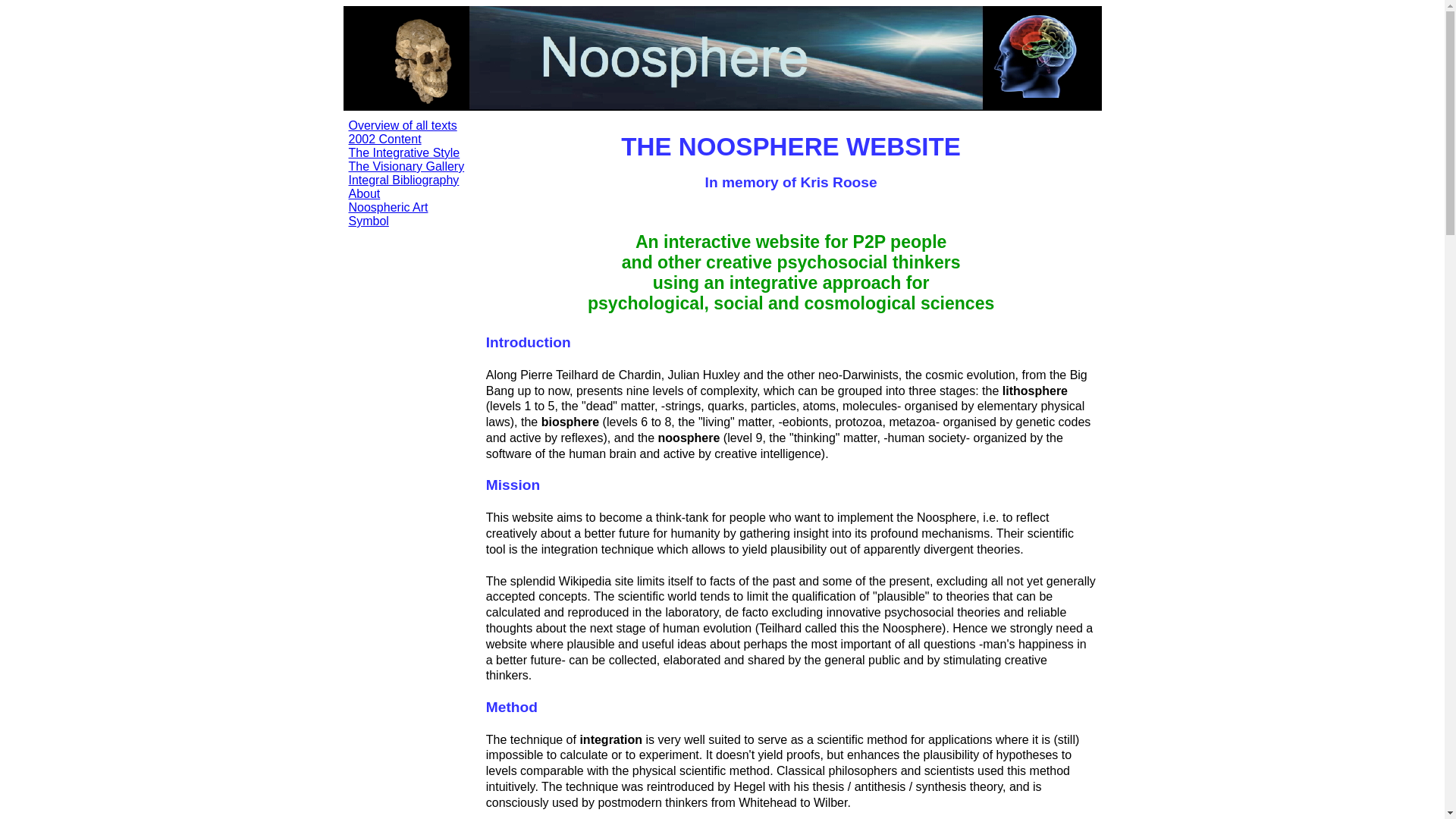 The height and width of the screenshot is (819, 1456). What do you see at coordinates (403, 179) in the screenshot?
I see `'Integral Bibliography'` at bounding box center [403, 179].